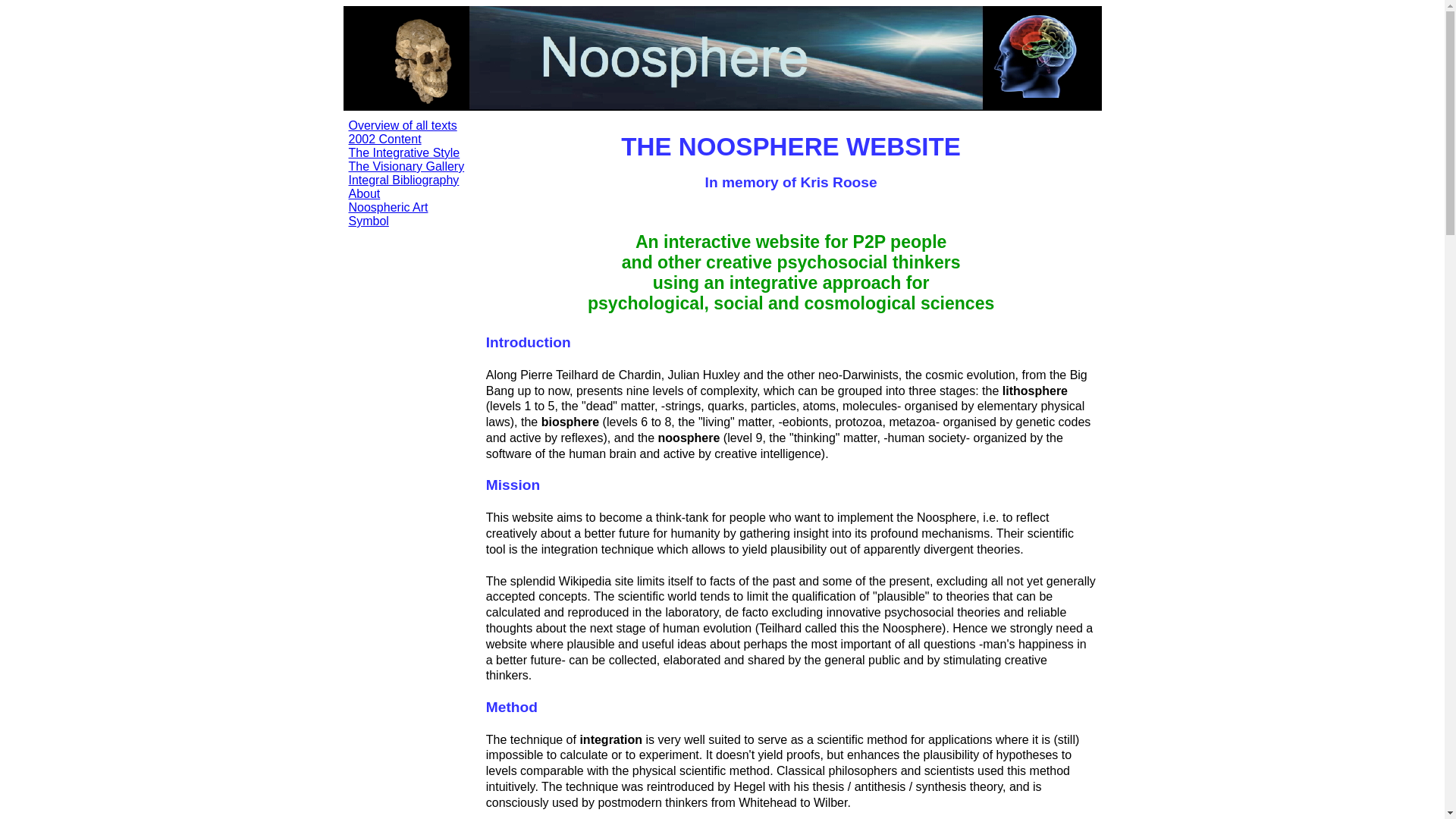 The height and width of the screenshot is (819, 1456). What do you see at coordinates (403, 179) in the screenshot?
I see `'Integral Bibliography'` at bounding box center [403, 179].